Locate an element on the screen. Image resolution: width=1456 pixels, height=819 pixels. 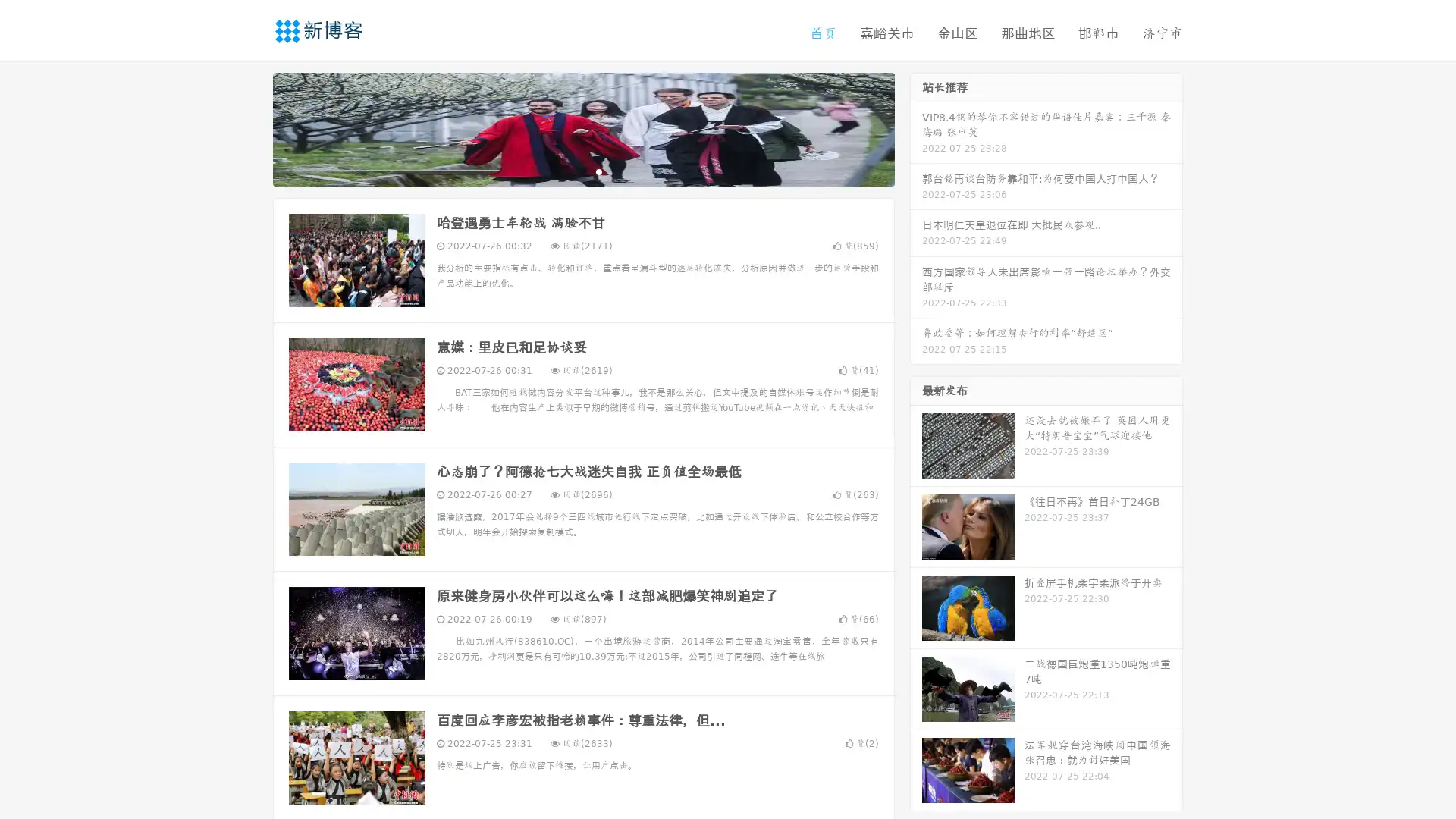
Next slide is located at coordinates (916, 127).